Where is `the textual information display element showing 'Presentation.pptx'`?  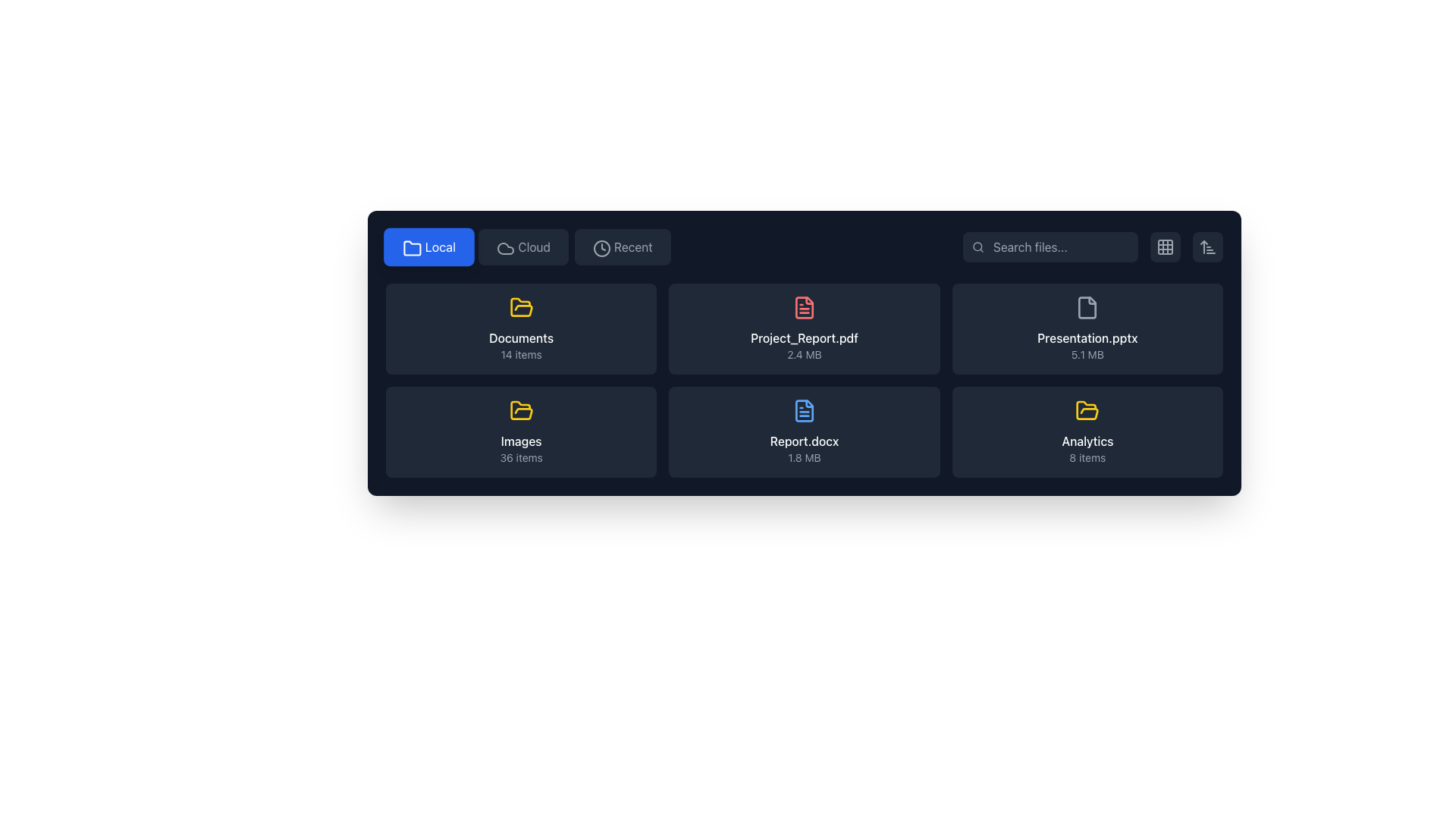
the textual information display element showing 'Presentation.pptx' is located at coordinates (1087, 345).